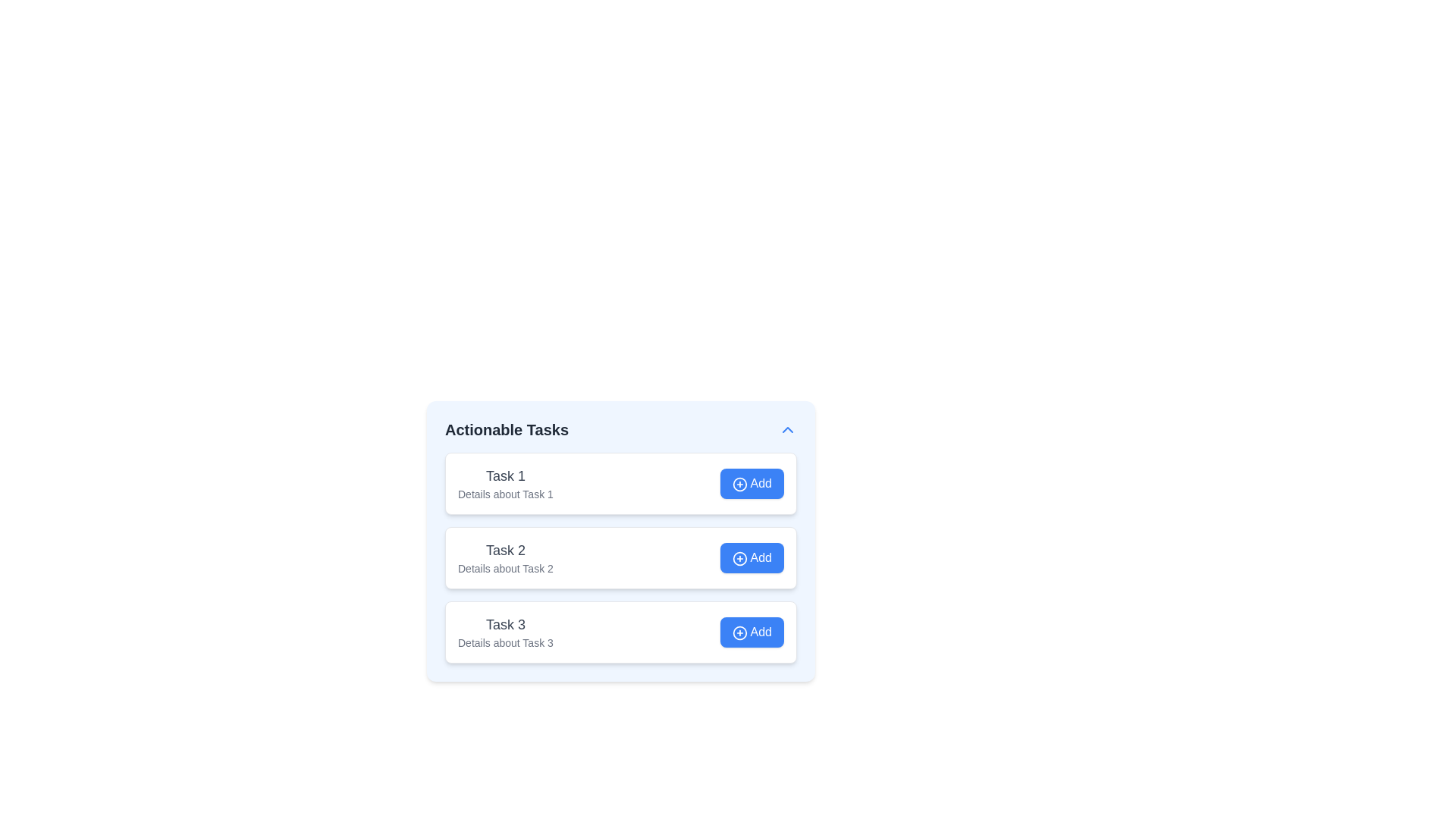 The image size is (1456, 819). What do you see at coordinates (505, 625) in the screenshot?
I see `text content of the 'Task 3' label, which is the title of the last card in the actionable tasks section` at bounding box center [505, 625].